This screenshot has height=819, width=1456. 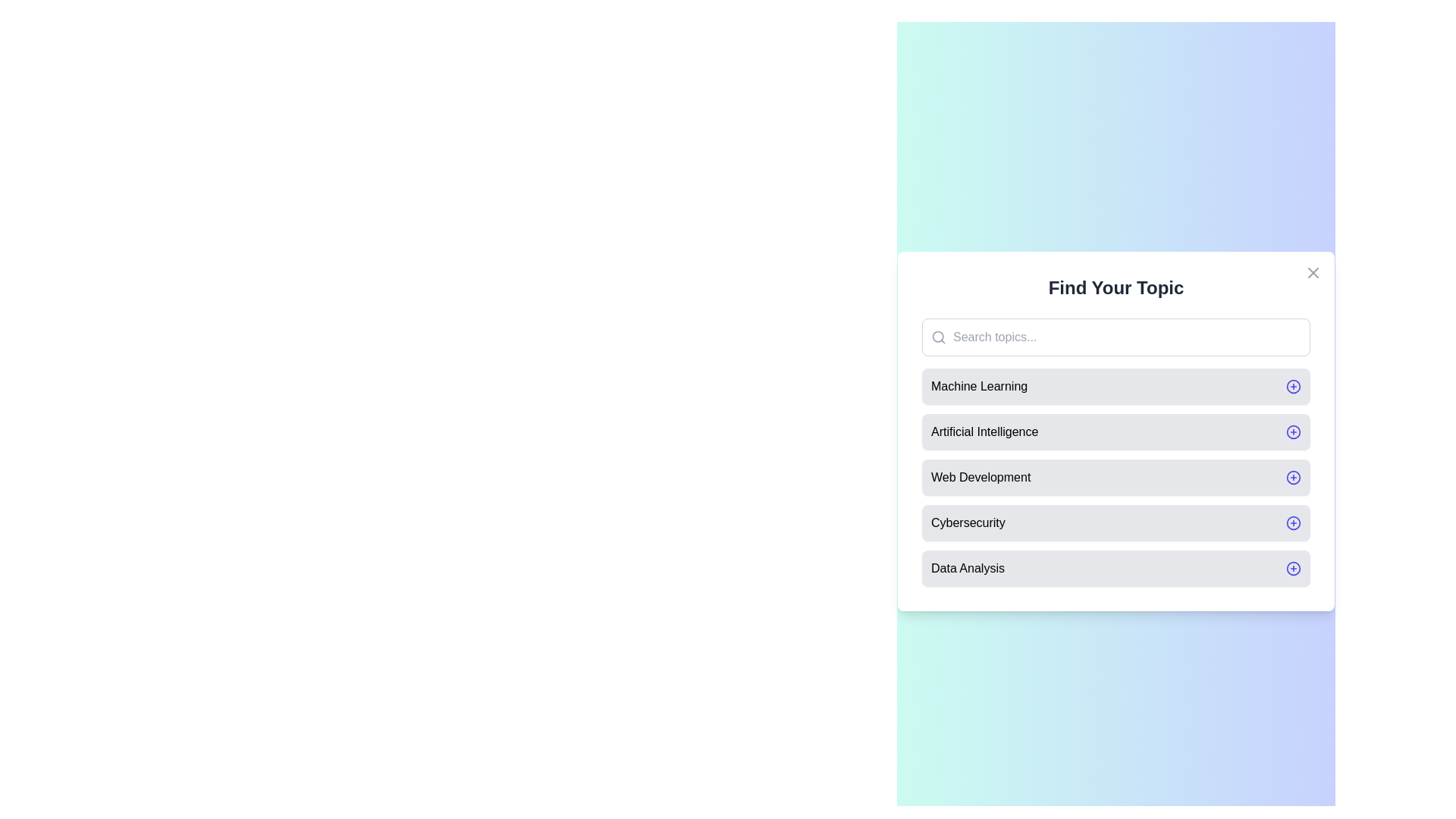 What do you see at coordinates (1292, 522) in the screenshot?
I see `the plus icon next to Cybersecurity` at bounding box center [1292, 522].